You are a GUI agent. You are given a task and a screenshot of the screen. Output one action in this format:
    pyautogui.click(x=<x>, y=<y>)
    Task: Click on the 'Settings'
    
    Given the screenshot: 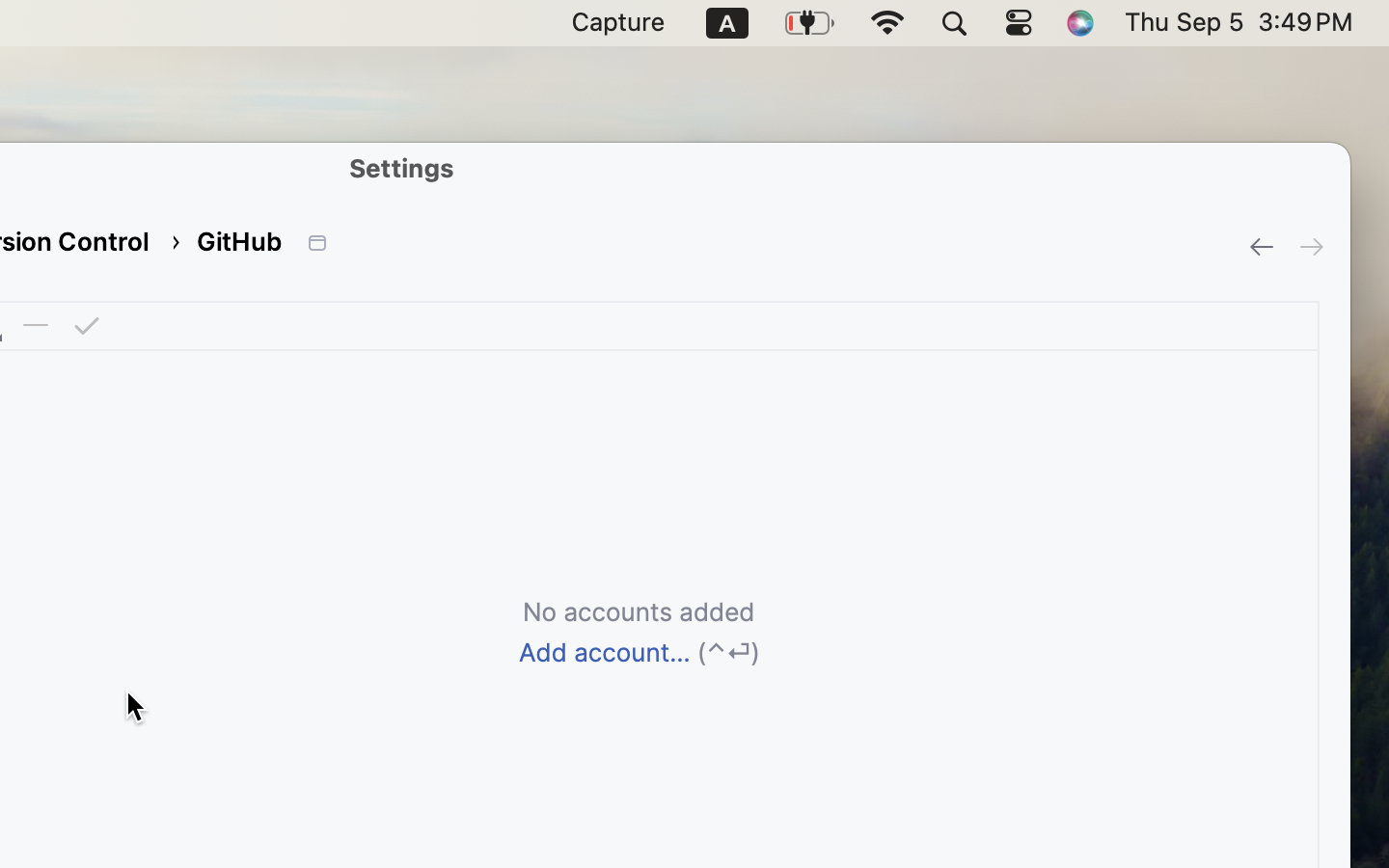 What is the action you would take?
    pyautogui.click(x=401, y=167)
    